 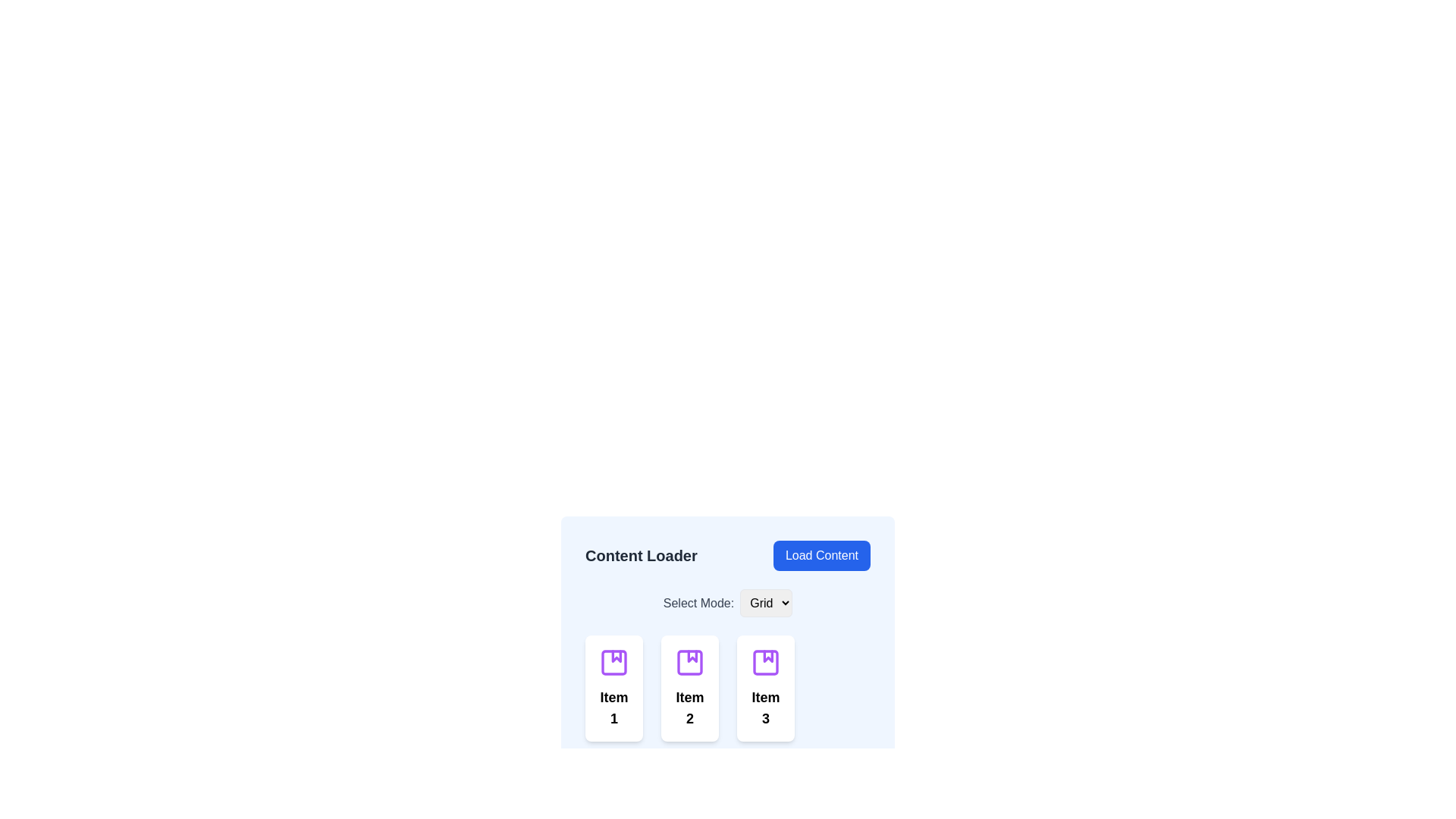 I want to click on the icon representing the third item in the grid, which is positioned above the caption 'Item 3' in a card-like structure, so click(x=765, y=662).